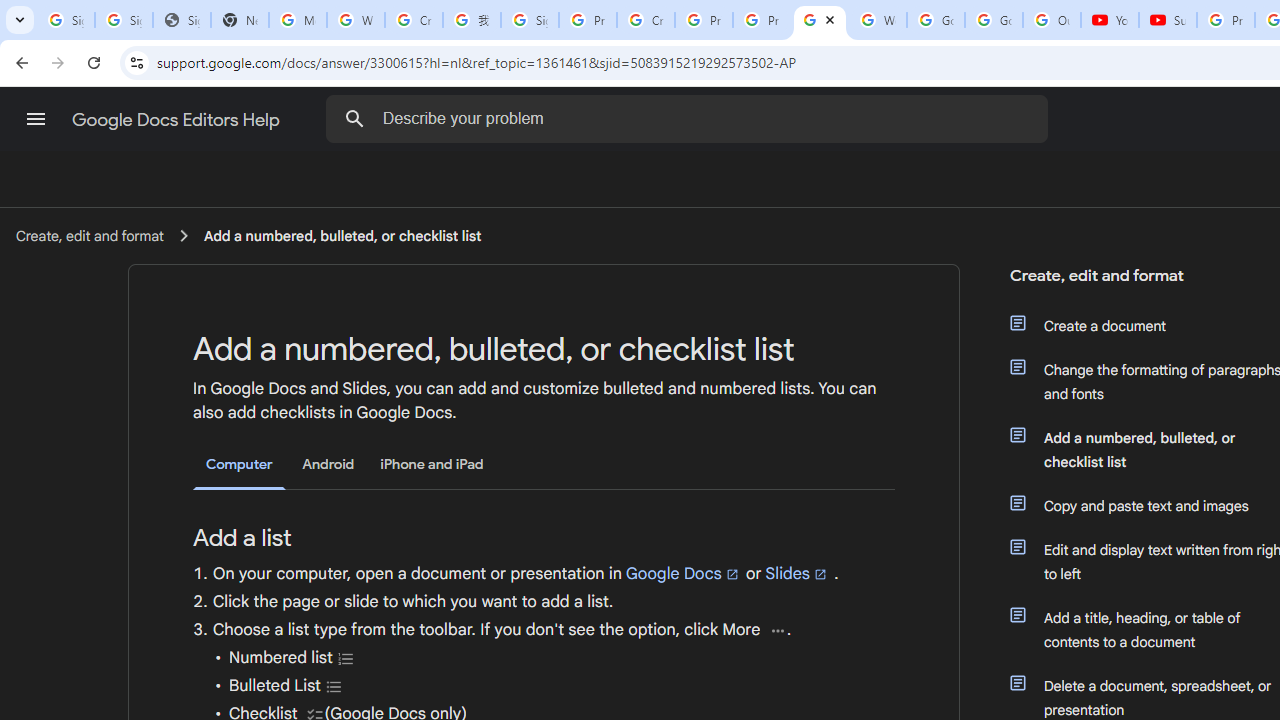 The height and width of the screenshot is (720, 1280). What do you see at coordinates (135, 61) in the screenshot?
I see `'View site information'` at bounding box center [135, 61].